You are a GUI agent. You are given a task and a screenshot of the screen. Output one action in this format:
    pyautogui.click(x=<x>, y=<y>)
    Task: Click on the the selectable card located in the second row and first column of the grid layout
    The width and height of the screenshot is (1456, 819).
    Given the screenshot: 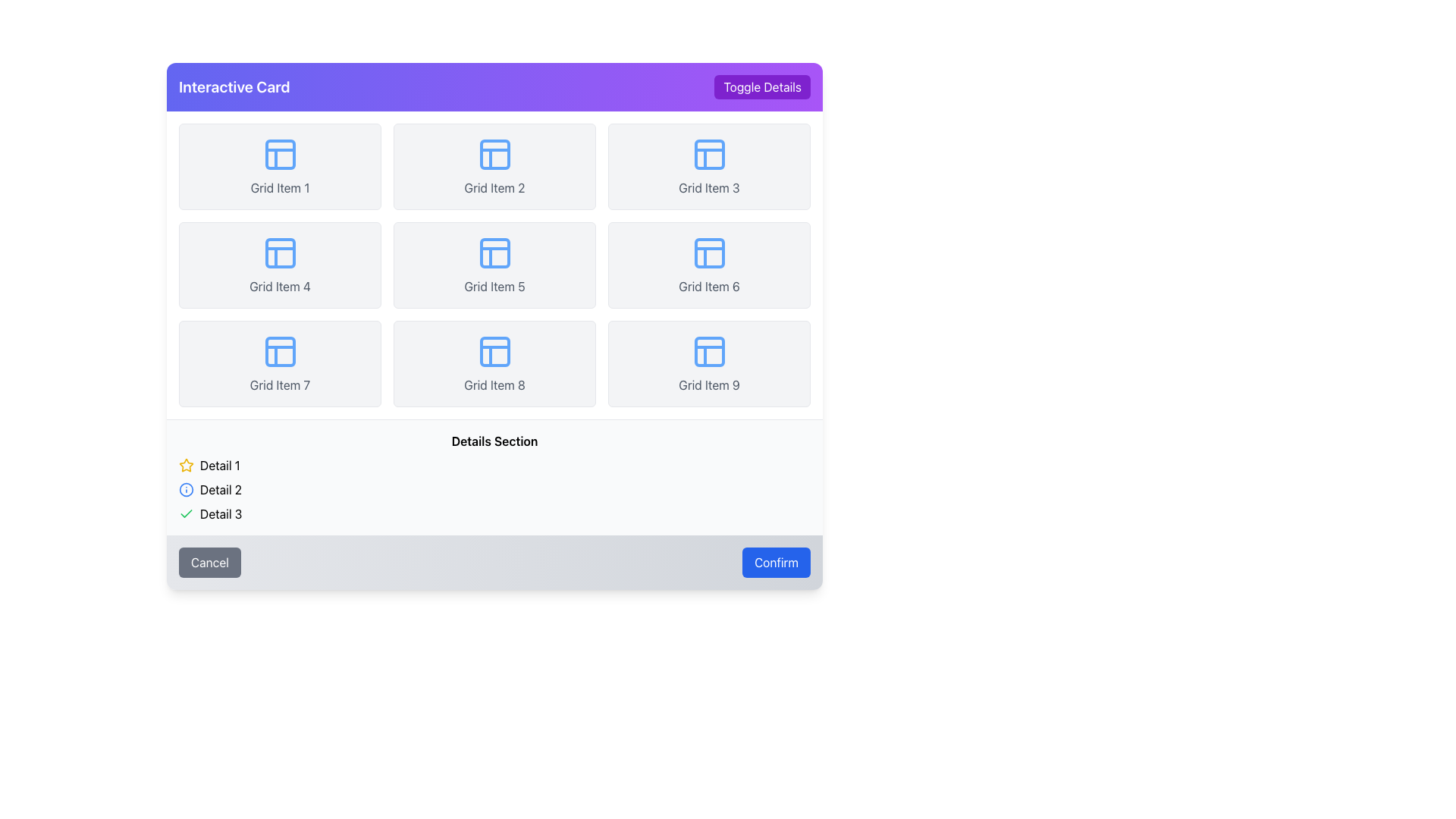 What is the action you would take?
    pyautogui.click(x=280, y=265)
    